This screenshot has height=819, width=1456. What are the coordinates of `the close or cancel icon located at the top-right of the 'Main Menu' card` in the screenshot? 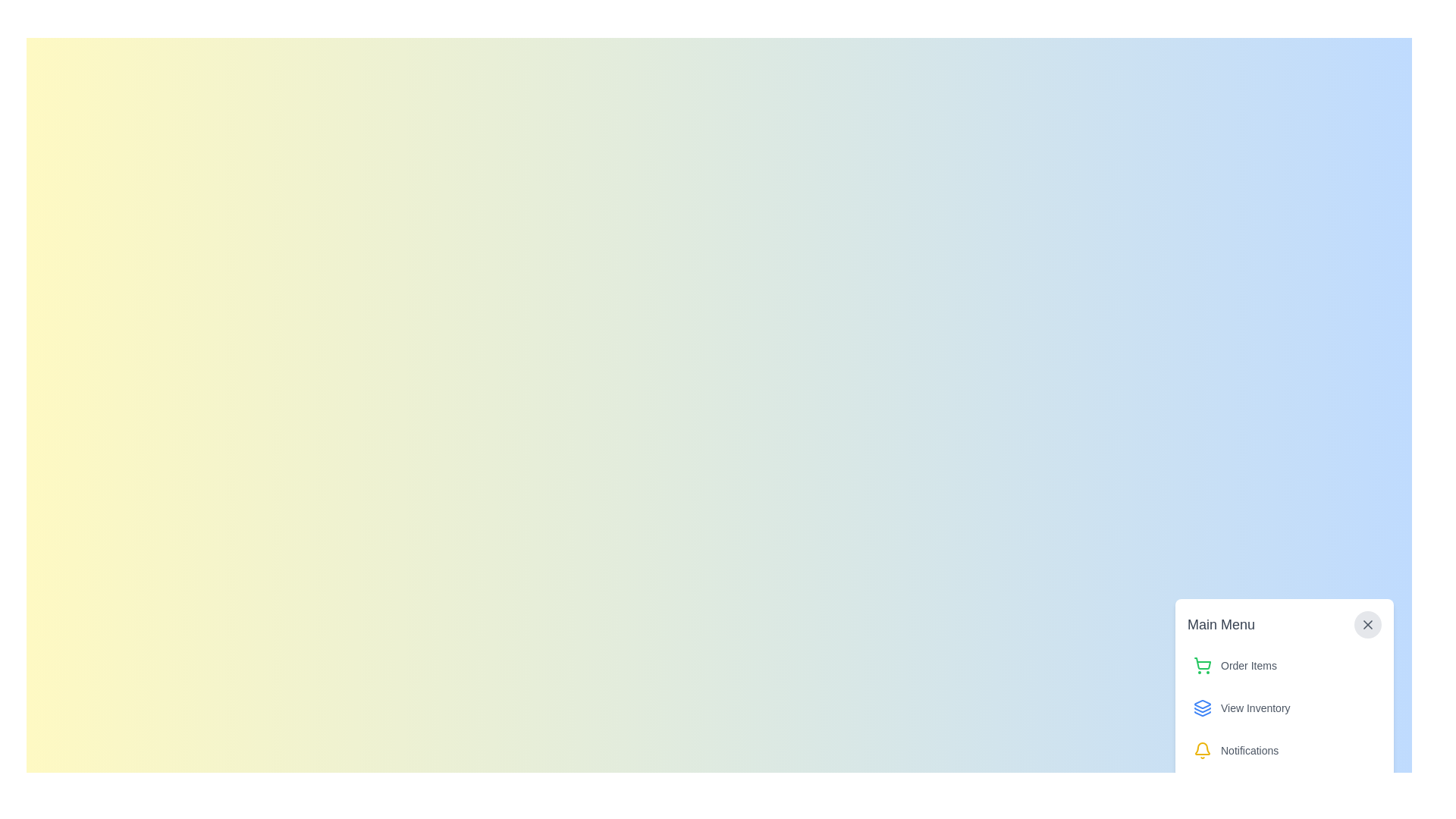 It's located at (1368, 625).